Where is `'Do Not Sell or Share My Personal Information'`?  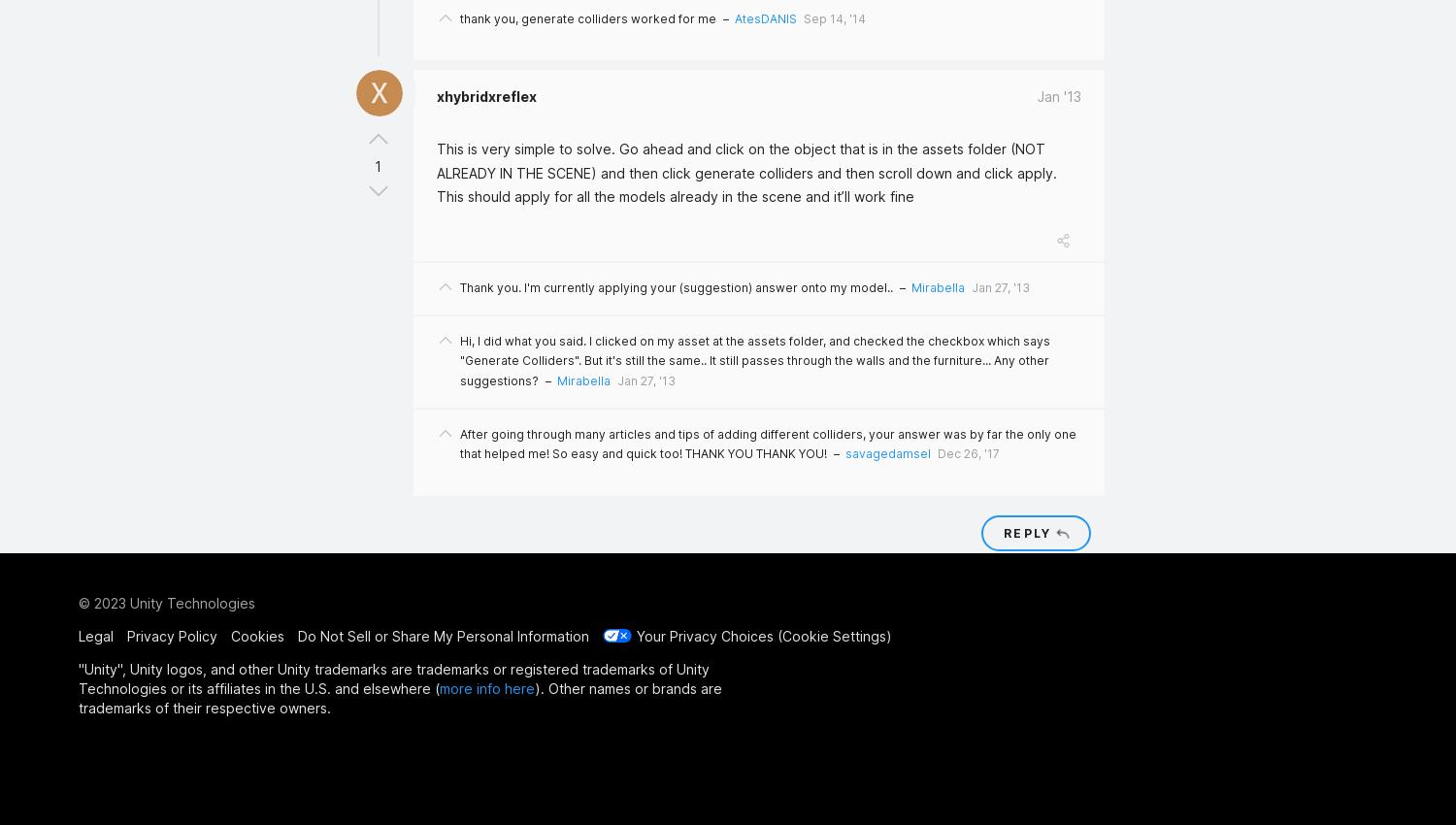 'Do Not Sell or Share My Personal Information' is located at coordinates (443, 635).